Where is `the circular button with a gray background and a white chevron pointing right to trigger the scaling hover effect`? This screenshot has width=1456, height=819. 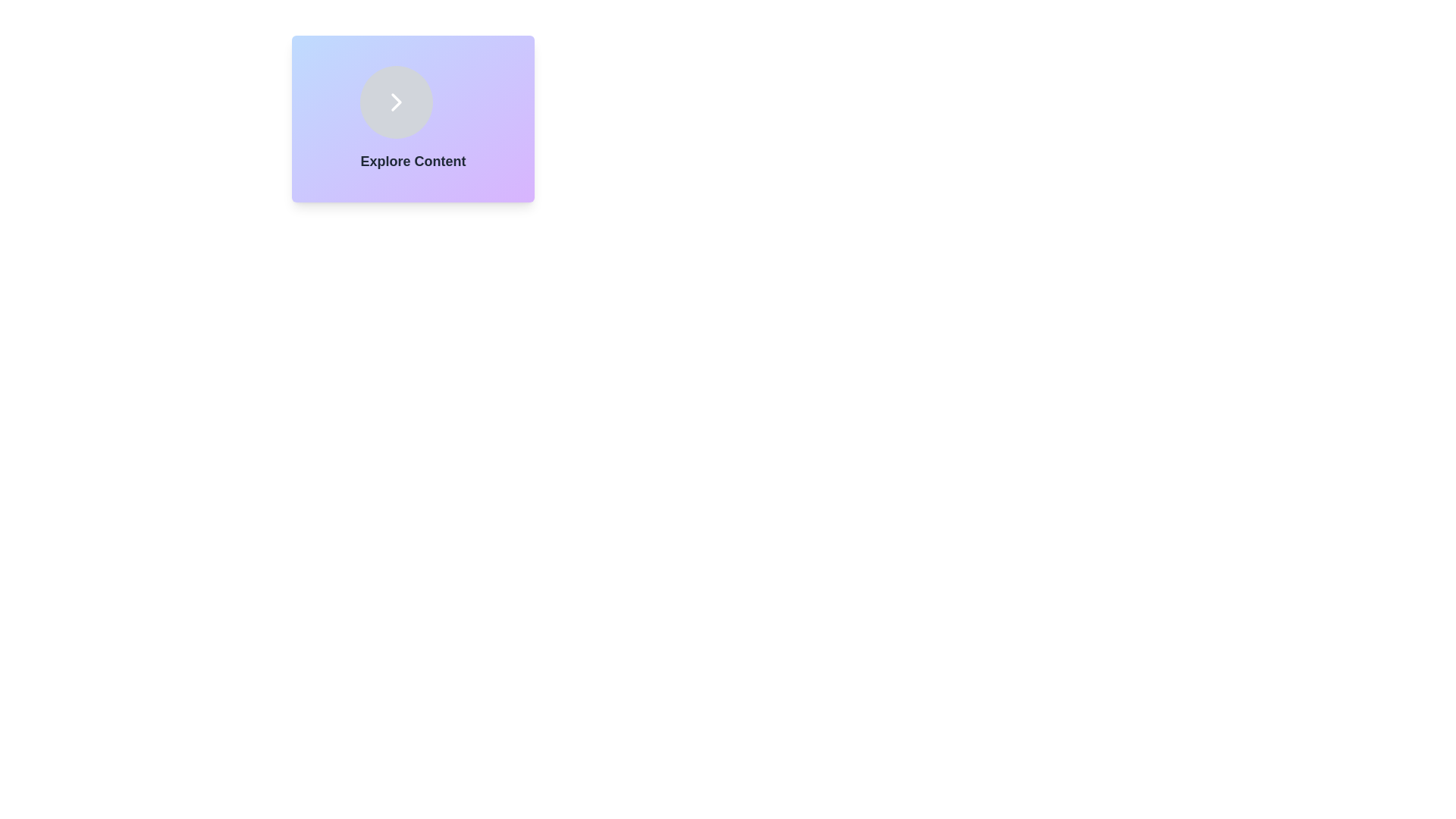
the circular button with a gray background and a white chevron pointing right to trigger the scaling hover effect is located at coordinates (397, 102).